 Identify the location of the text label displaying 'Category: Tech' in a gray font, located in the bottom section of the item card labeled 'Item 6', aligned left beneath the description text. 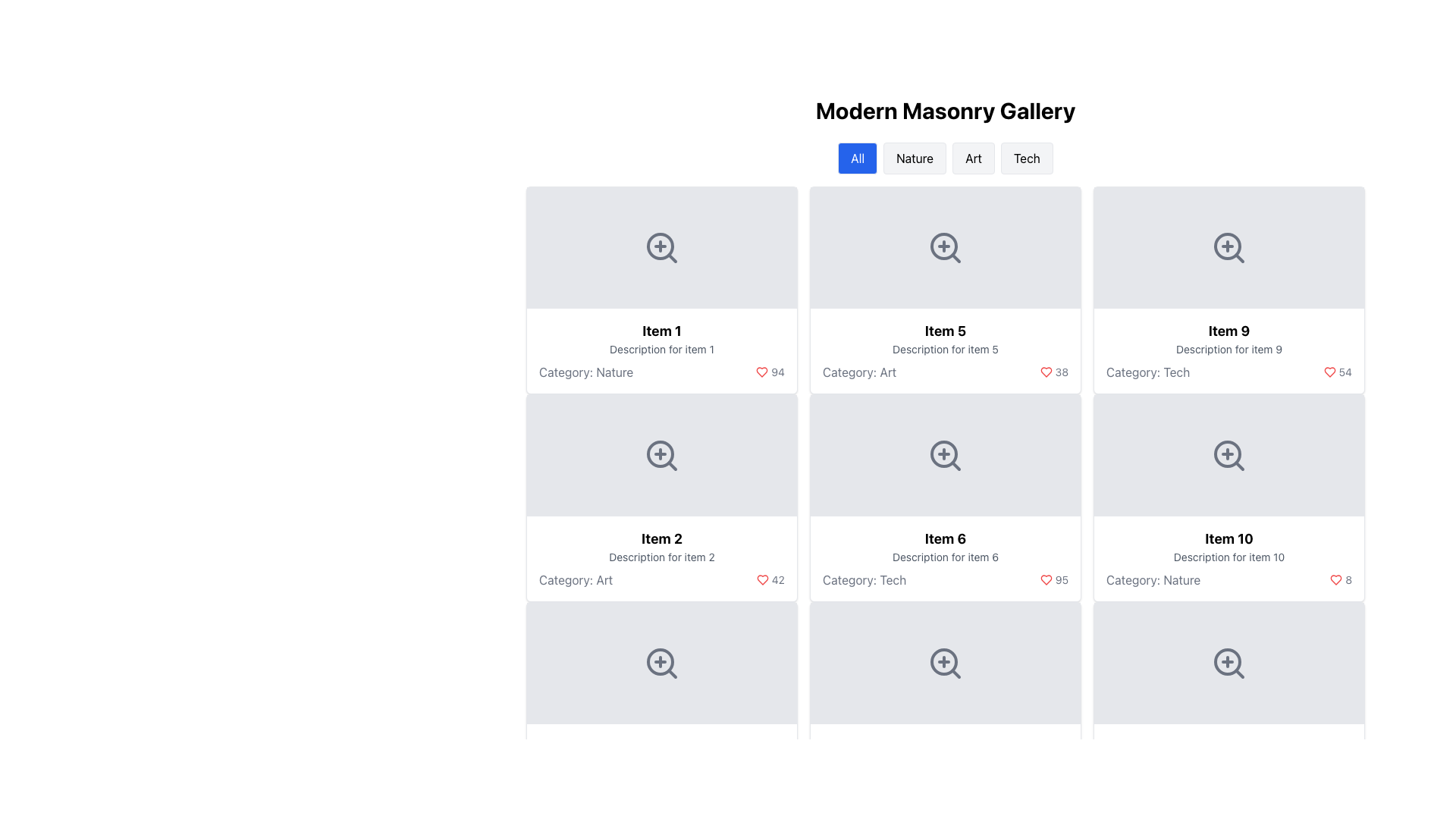
(864, 579).